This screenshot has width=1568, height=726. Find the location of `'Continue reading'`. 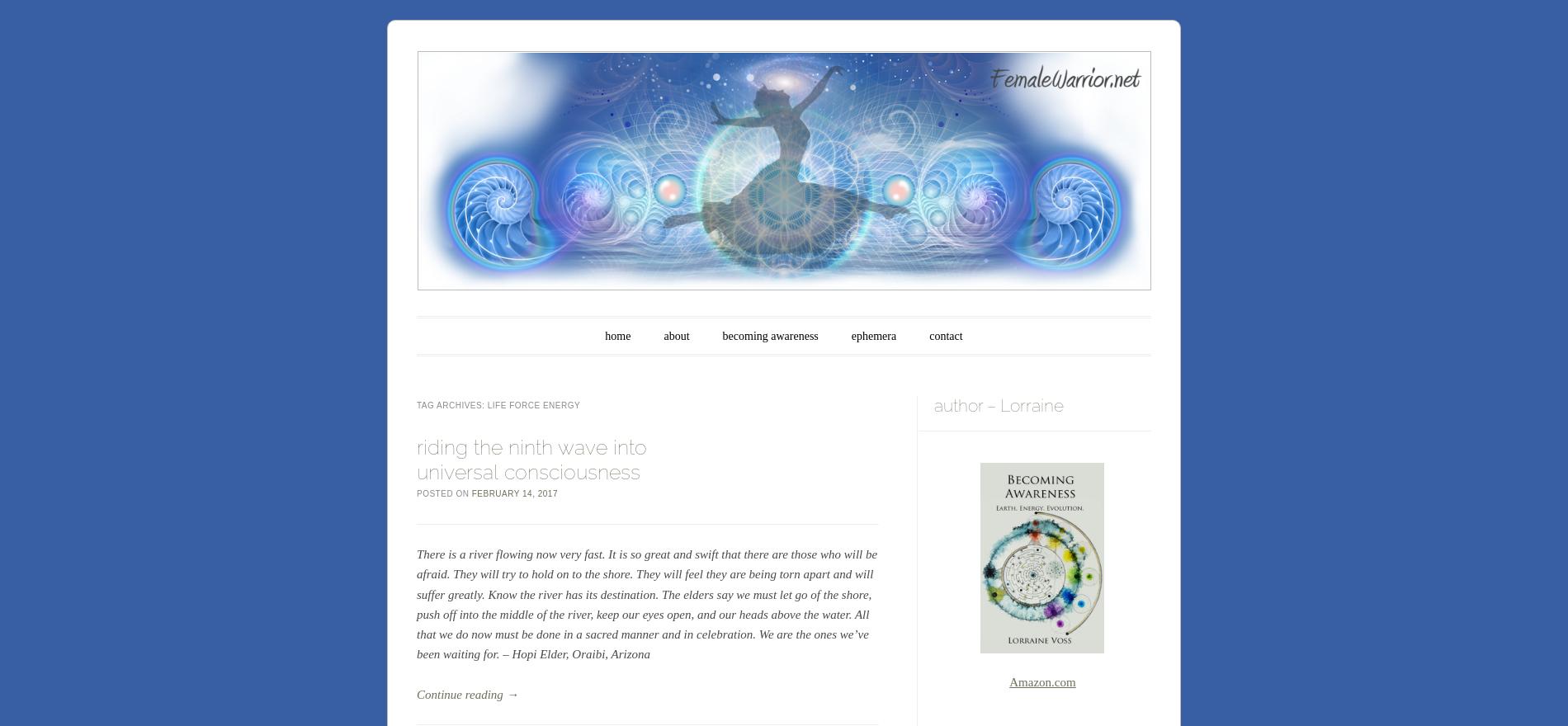

'Continue reading' is located at coordinates (460, 693).